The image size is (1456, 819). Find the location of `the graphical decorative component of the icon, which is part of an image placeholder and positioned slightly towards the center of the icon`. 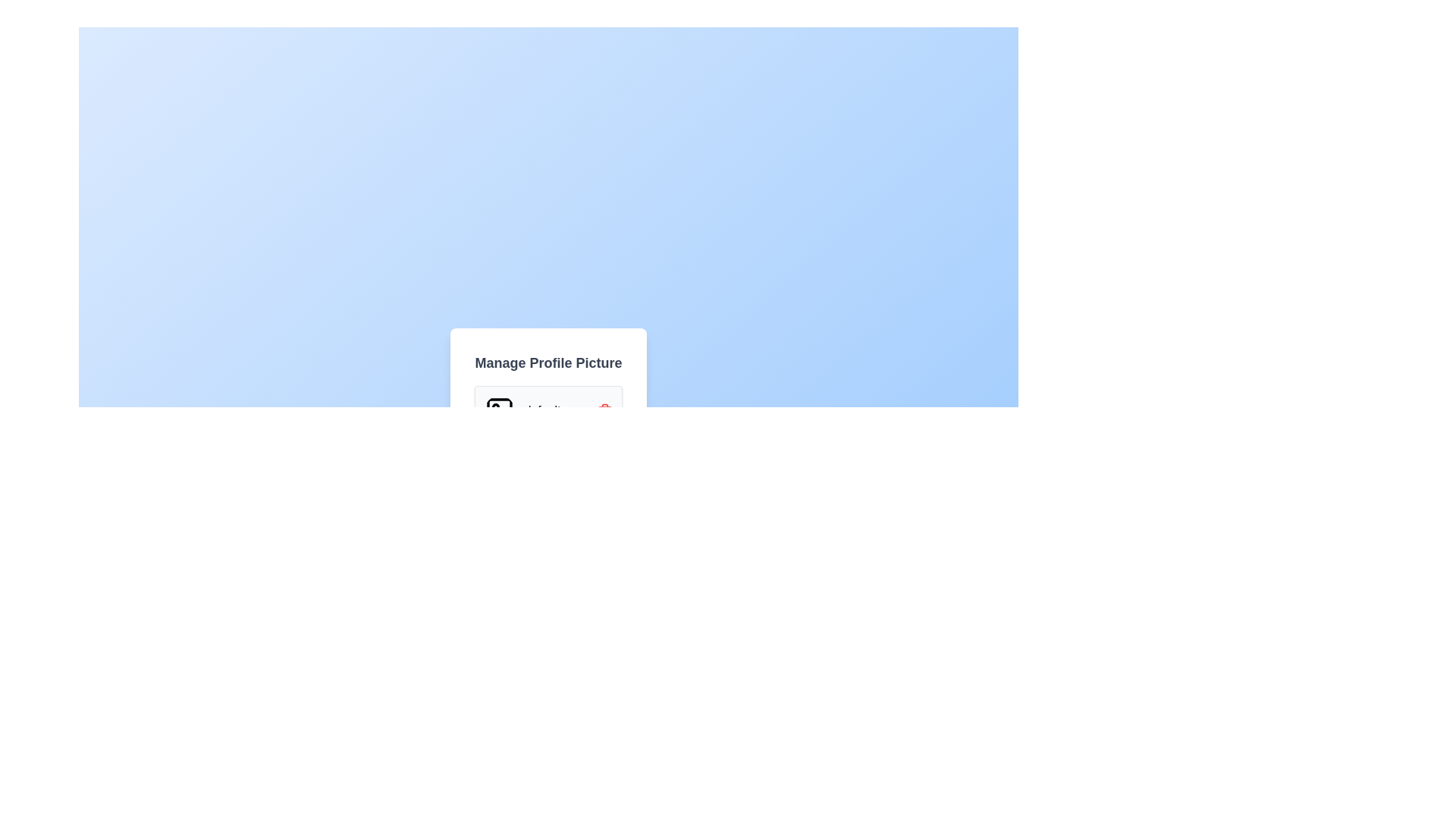

the graphical decorative component of the icon, which is part of an image placeholder and positioned slightly towards the center of the icon is located at coordinates (500, 411).